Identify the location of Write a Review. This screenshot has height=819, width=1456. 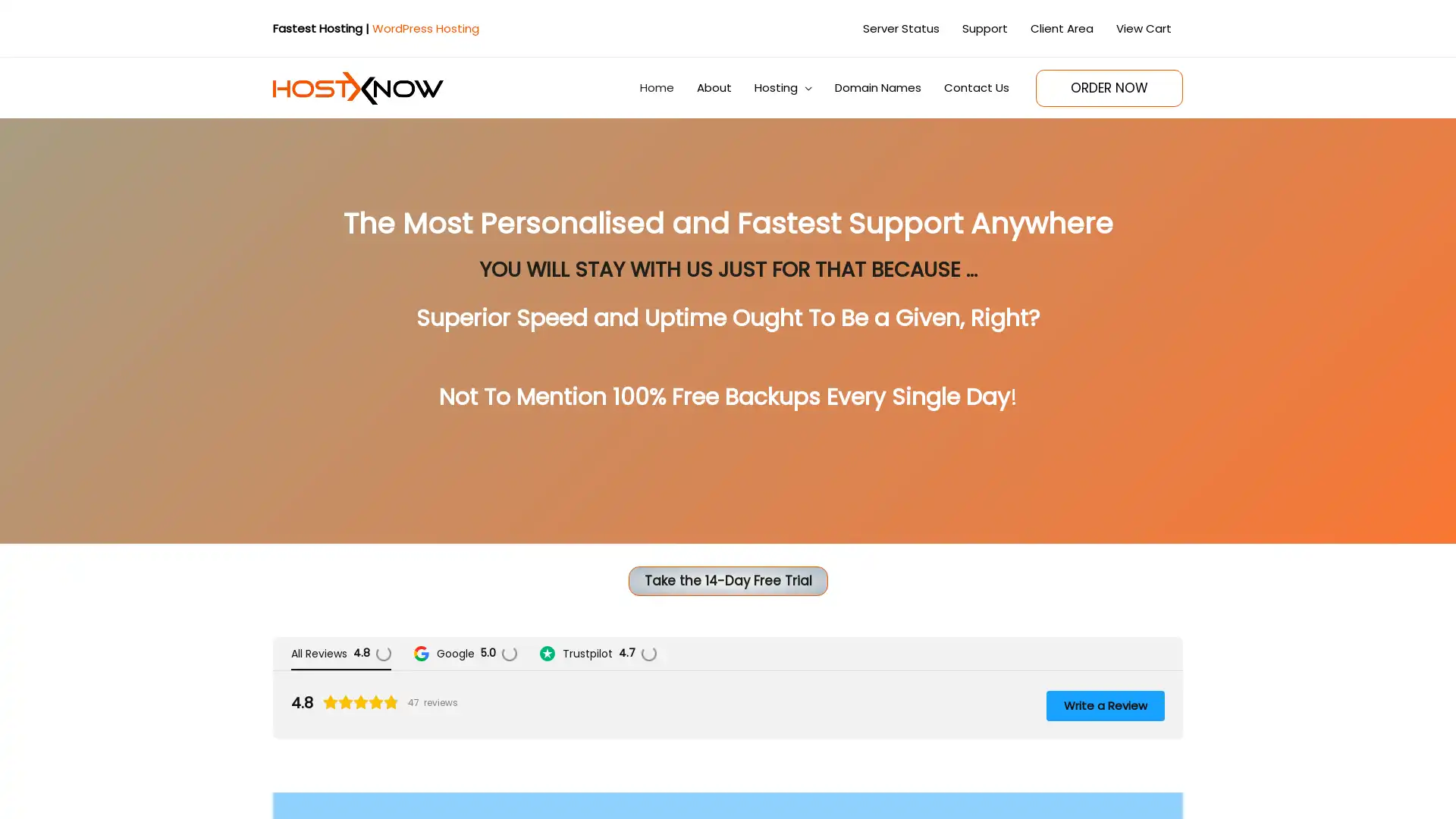
(1106, 704).